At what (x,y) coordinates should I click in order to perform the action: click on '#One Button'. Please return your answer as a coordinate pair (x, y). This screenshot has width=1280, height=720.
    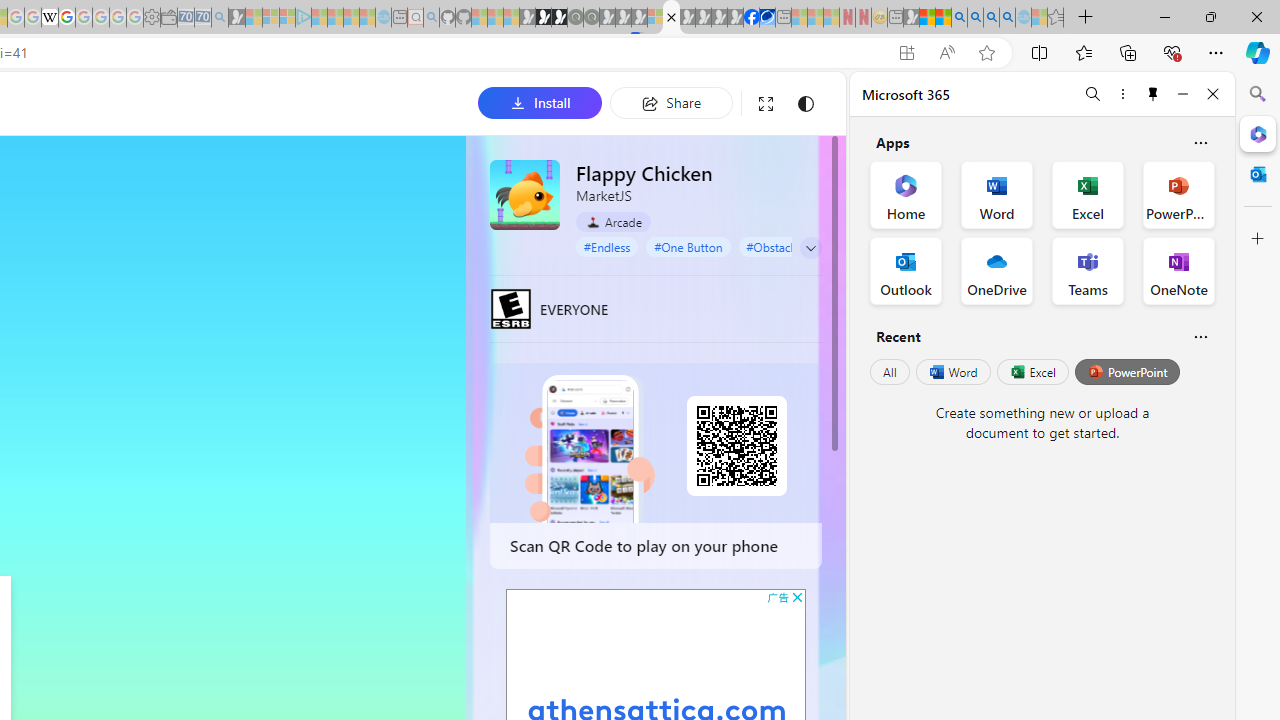
    Looking at the image, I should click on (688, 245).